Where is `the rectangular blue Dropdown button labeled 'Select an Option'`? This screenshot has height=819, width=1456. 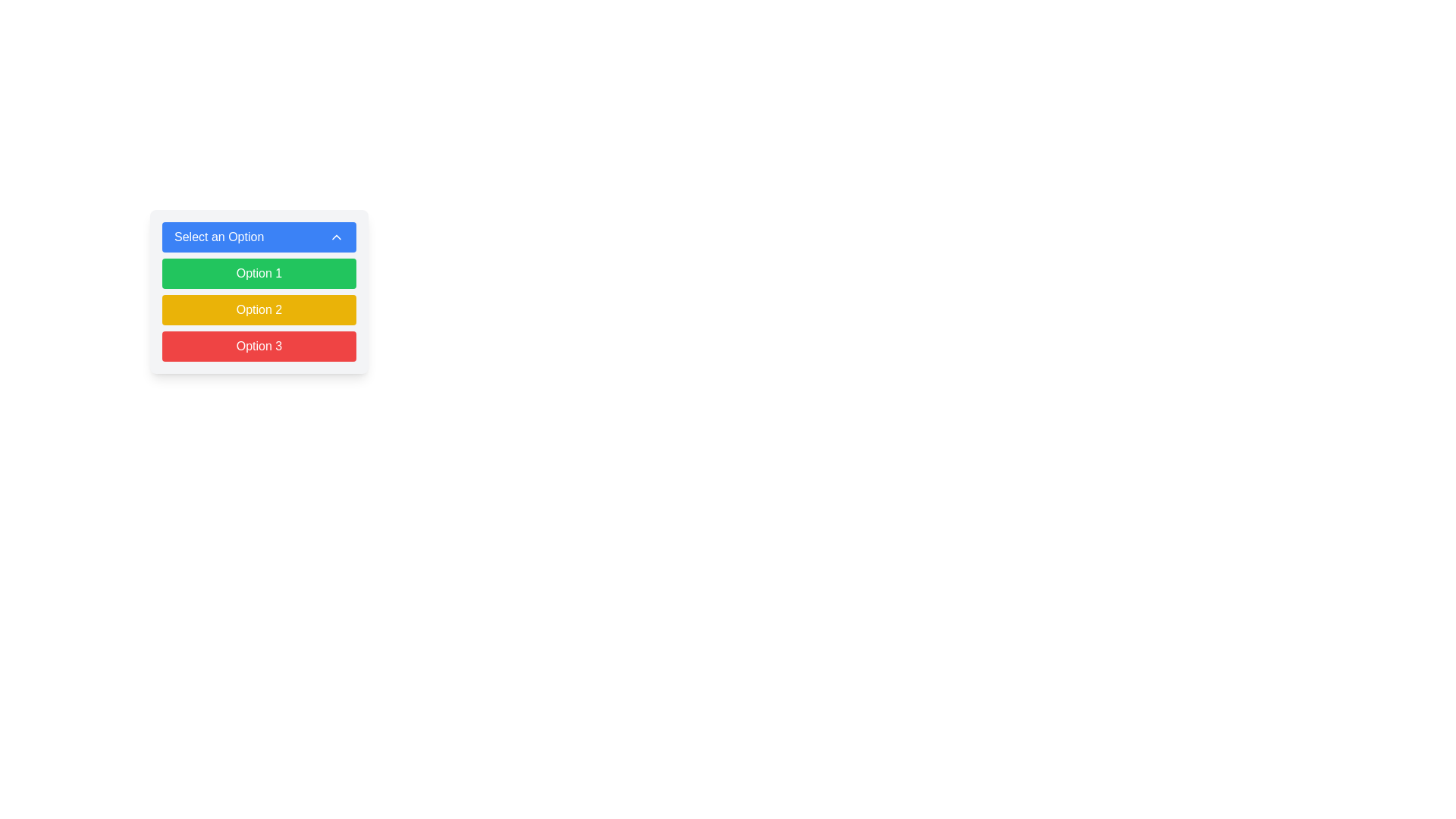 the rectangular blue Dropdown button labeled 'Select an Option' is located at coordinates (259, 237).